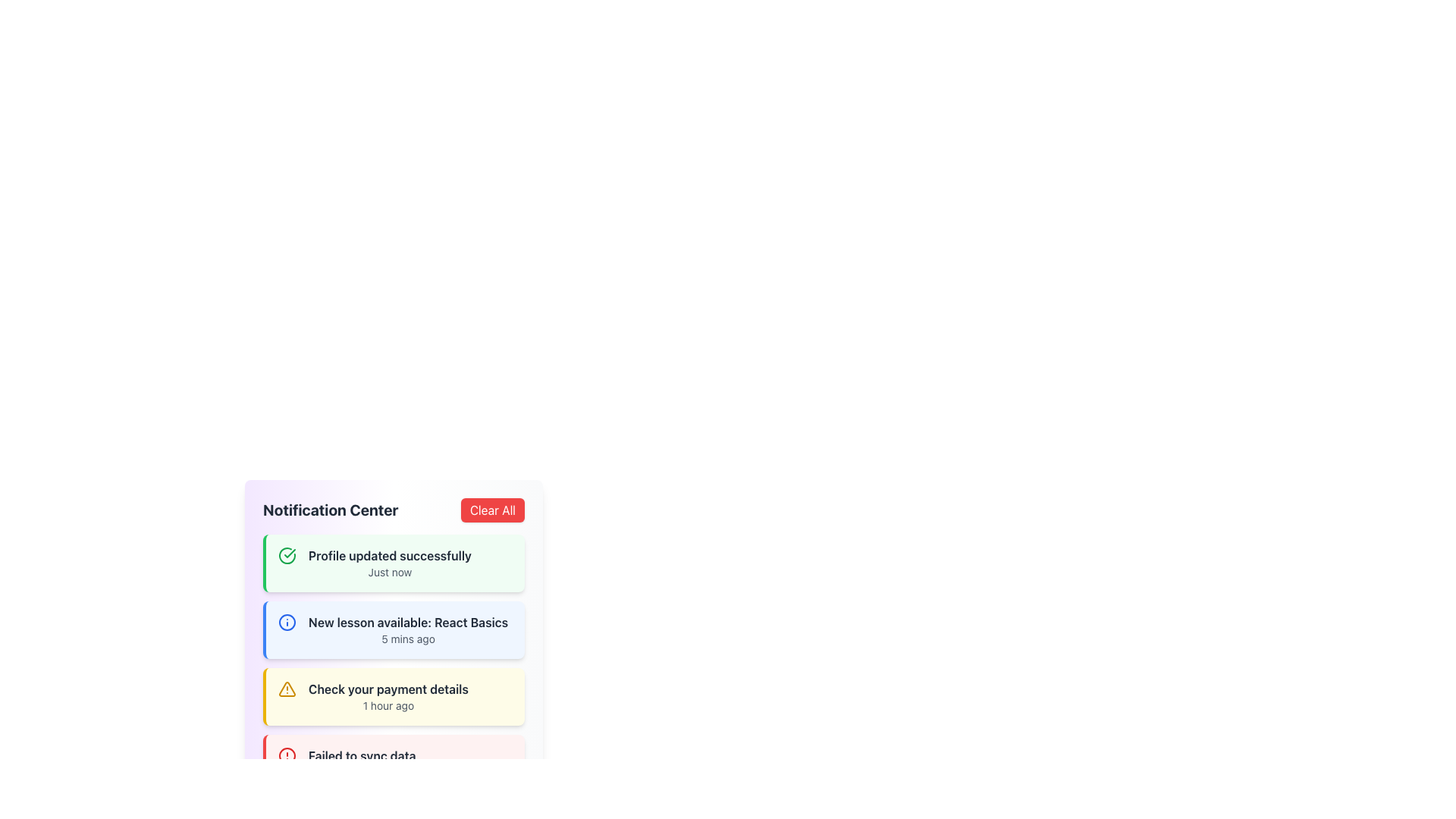 Image resolution: width=1456 pixels, height=819 pixels. Describe the element at coordinates (408, 629) in the screenshot. I see `the second notification card in the Notification Center that summarizes the new lesson 'React Basics' for more details` at that location.